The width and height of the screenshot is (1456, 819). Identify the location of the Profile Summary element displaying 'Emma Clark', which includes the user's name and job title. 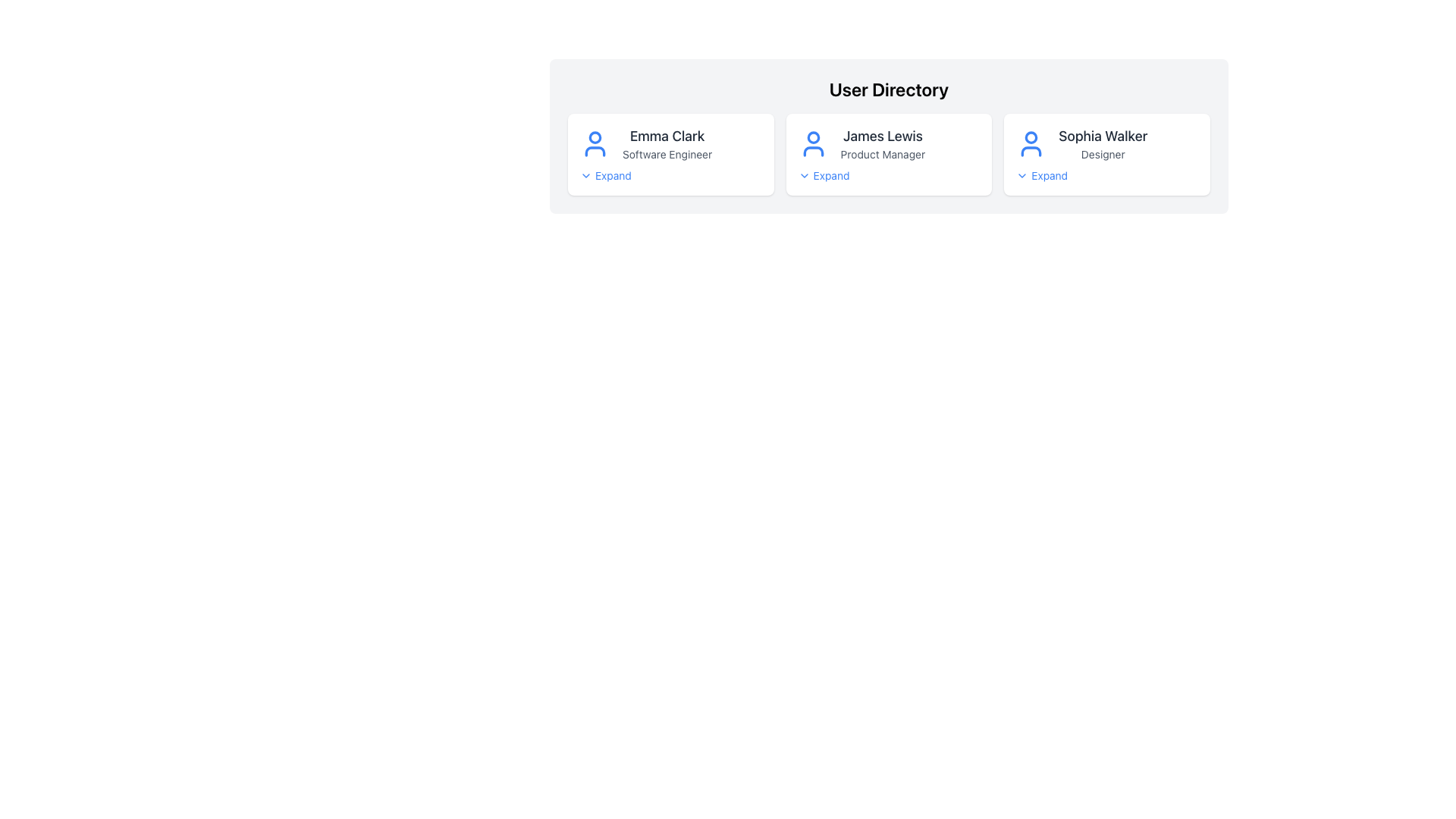
(670, 143).